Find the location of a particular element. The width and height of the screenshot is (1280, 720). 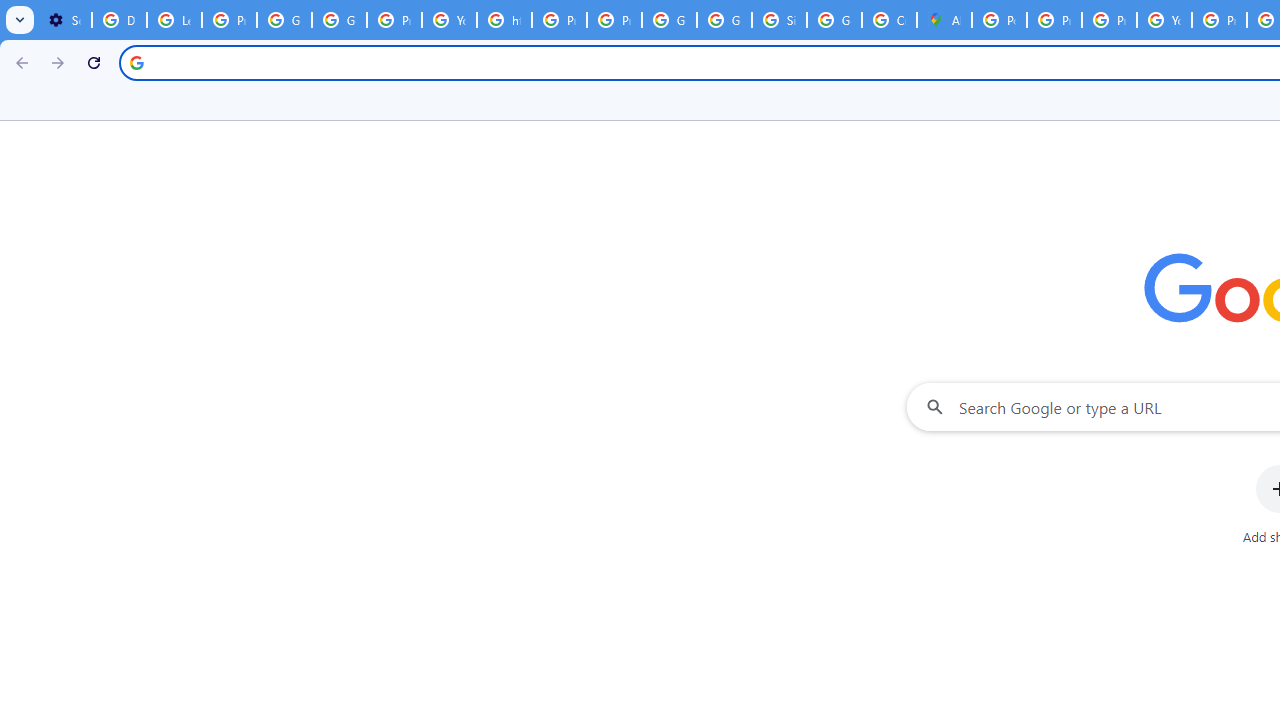

'Google Account Help' is located at coordinates (283, 20).